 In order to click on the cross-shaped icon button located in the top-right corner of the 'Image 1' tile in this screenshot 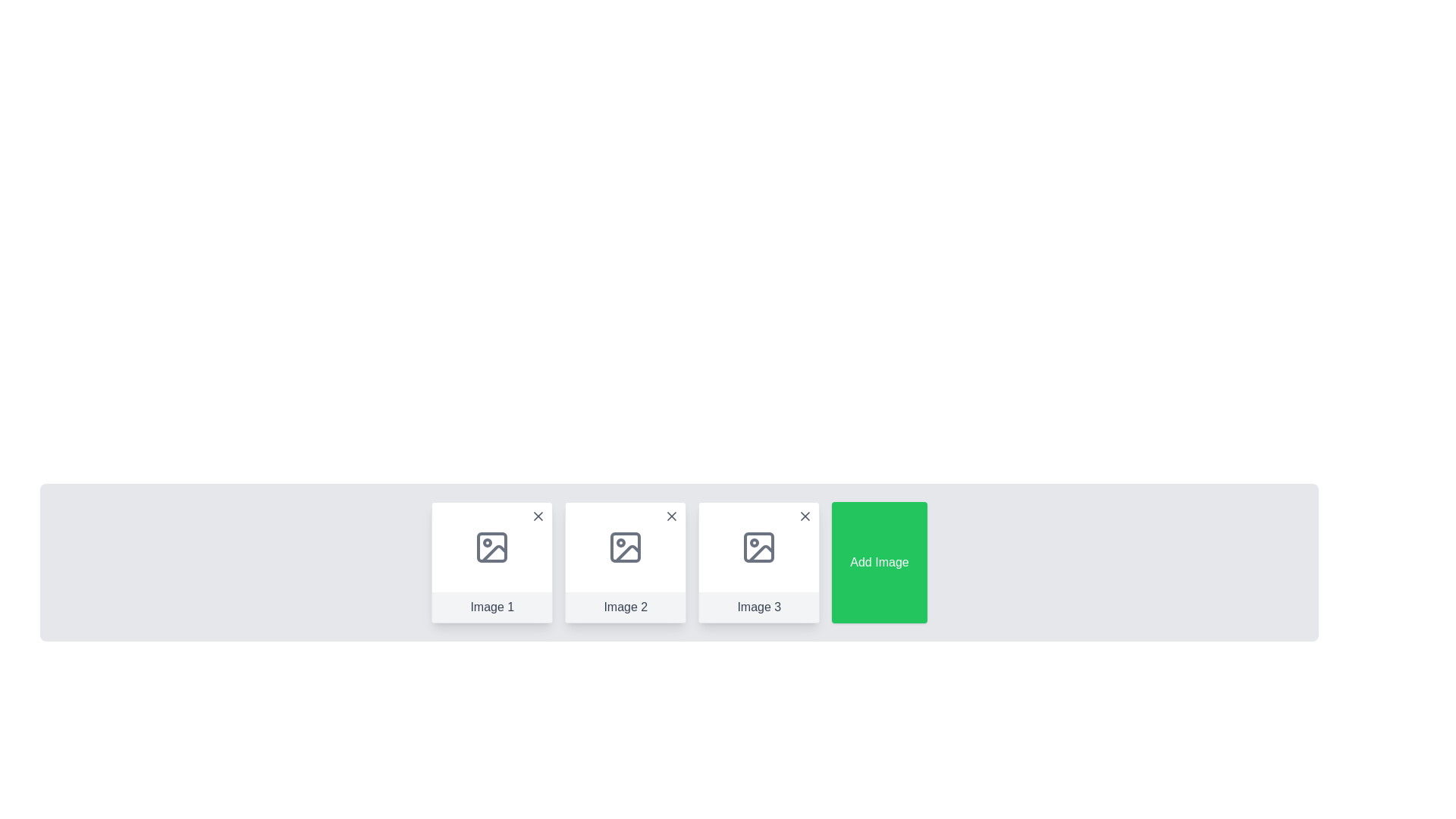, I will do `click(538, 516)`.